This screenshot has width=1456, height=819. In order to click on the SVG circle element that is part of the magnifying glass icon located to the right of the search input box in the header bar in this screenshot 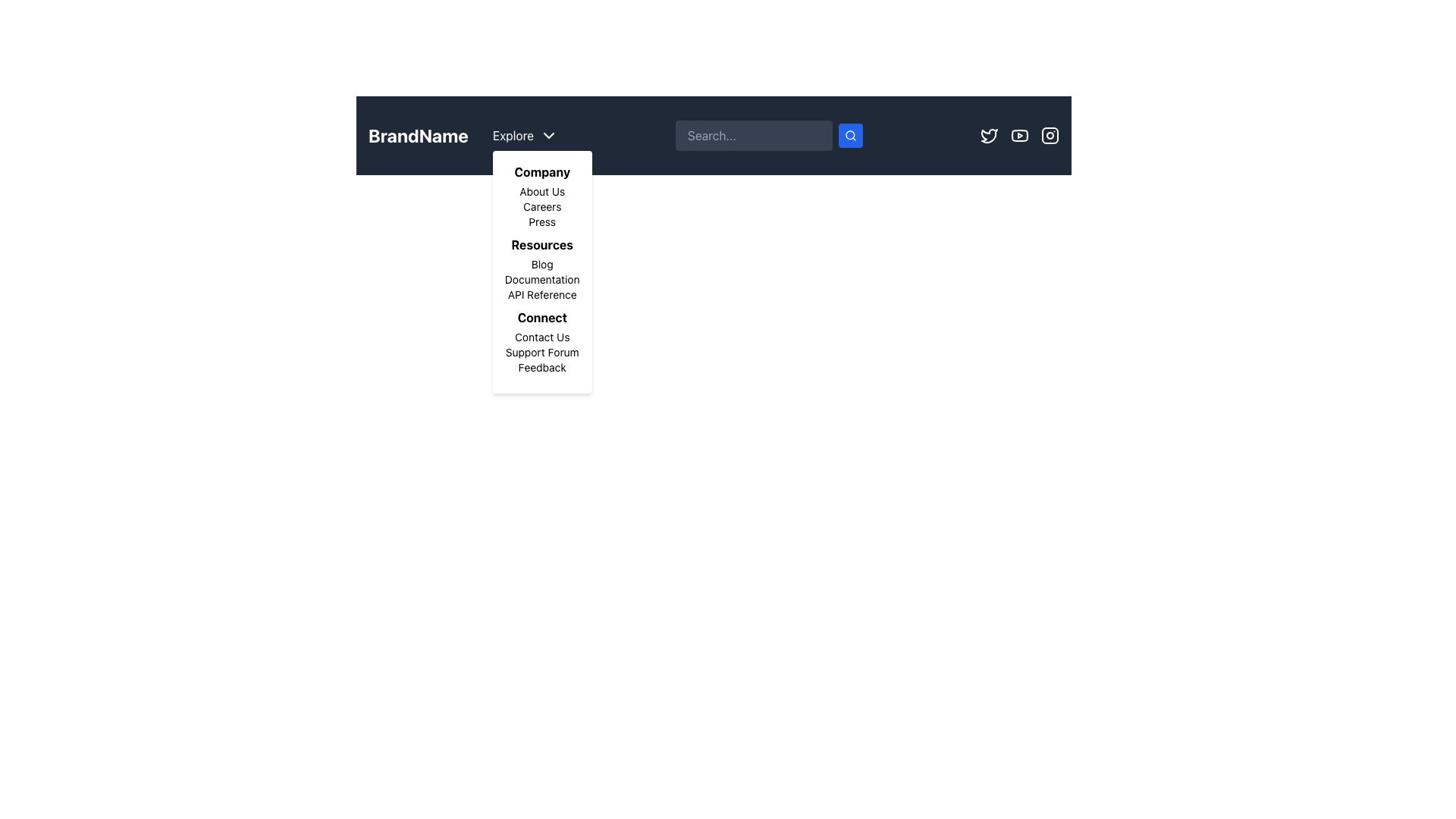, I will do `click(850, 134)`.